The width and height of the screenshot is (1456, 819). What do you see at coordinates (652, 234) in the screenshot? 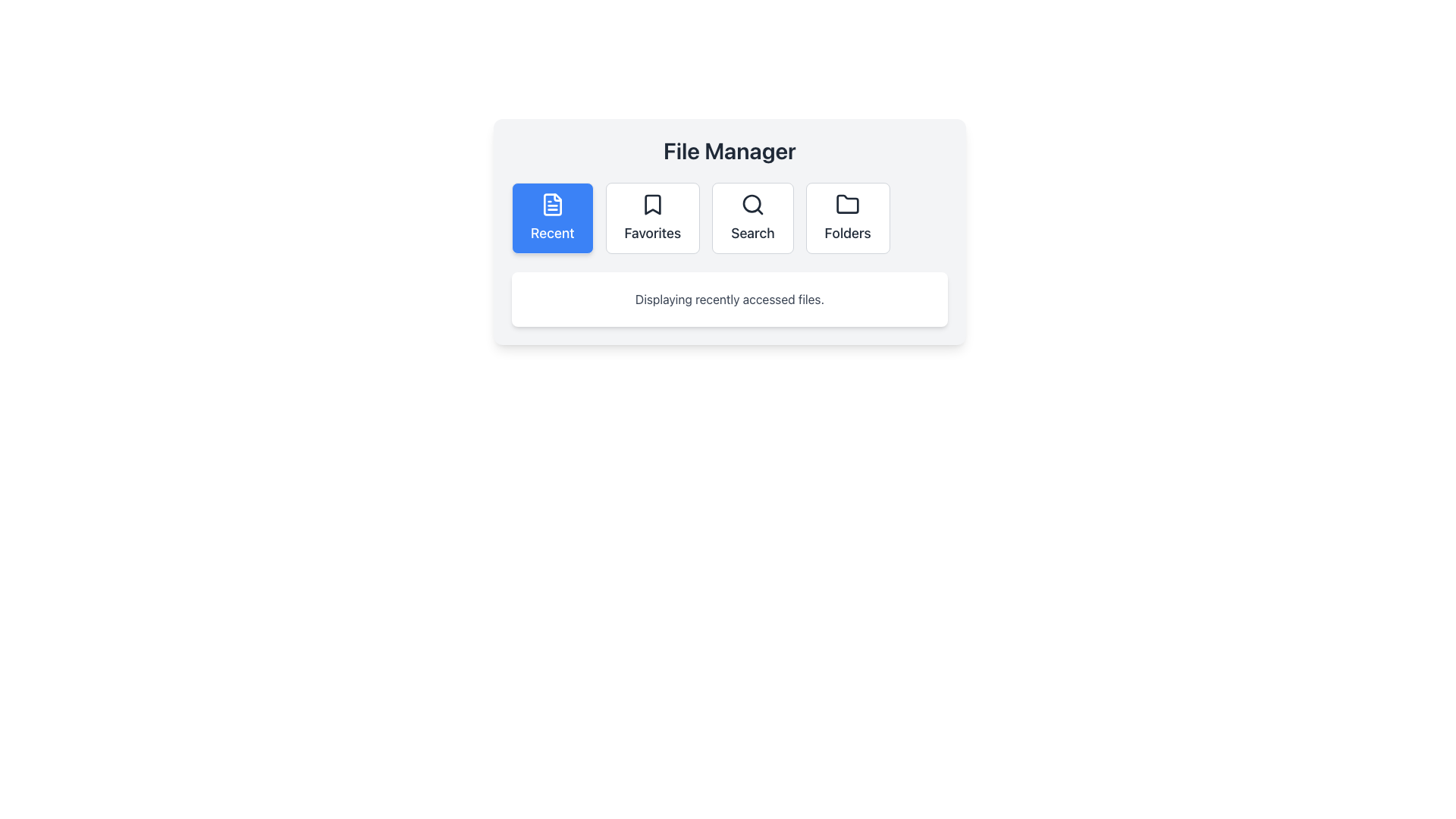
I see `the button labeled 'Favorites', which is part of the 'File Manager' group and is located below a bookmark icon` at bounding box center [652, 234].